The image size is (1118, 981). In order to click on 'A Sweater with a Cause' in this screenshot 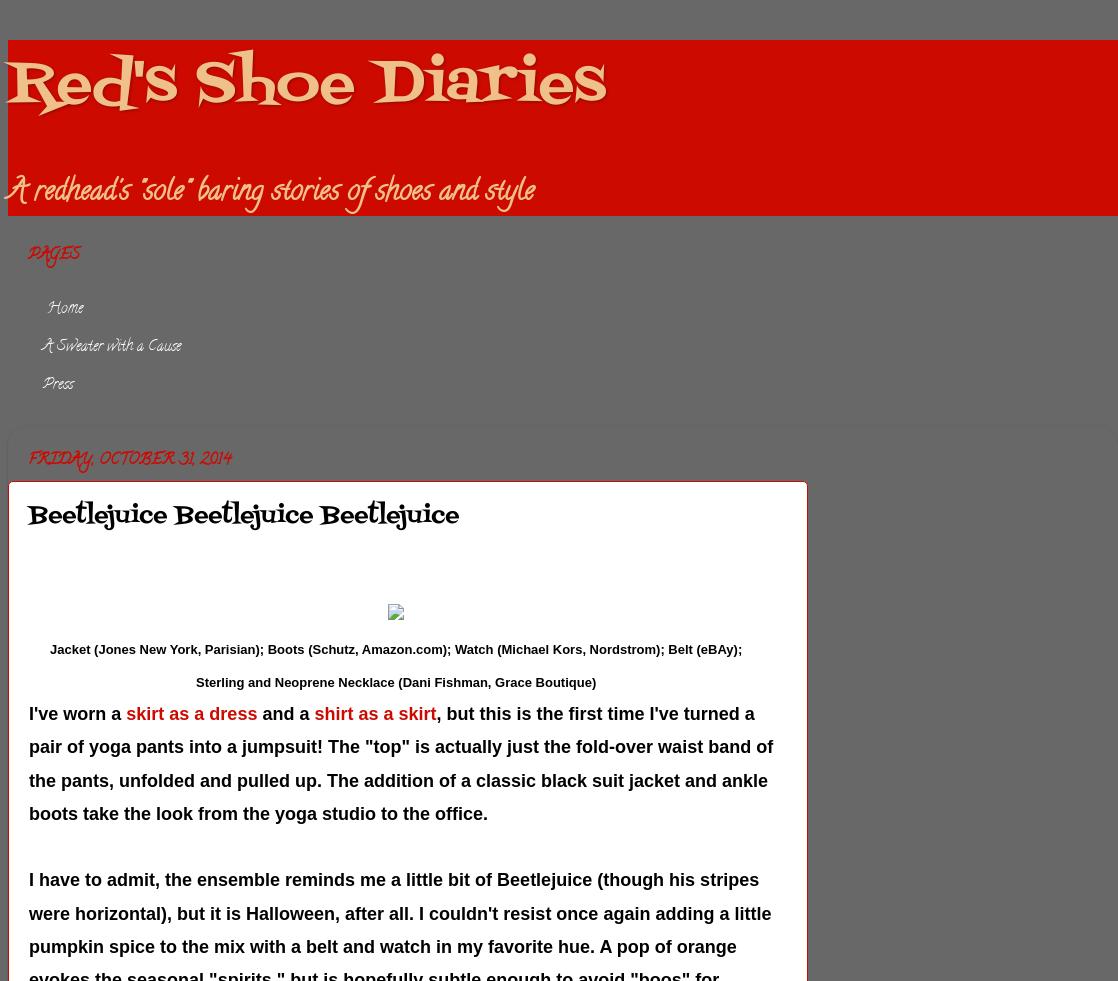, I will do `click(112, 345)`.